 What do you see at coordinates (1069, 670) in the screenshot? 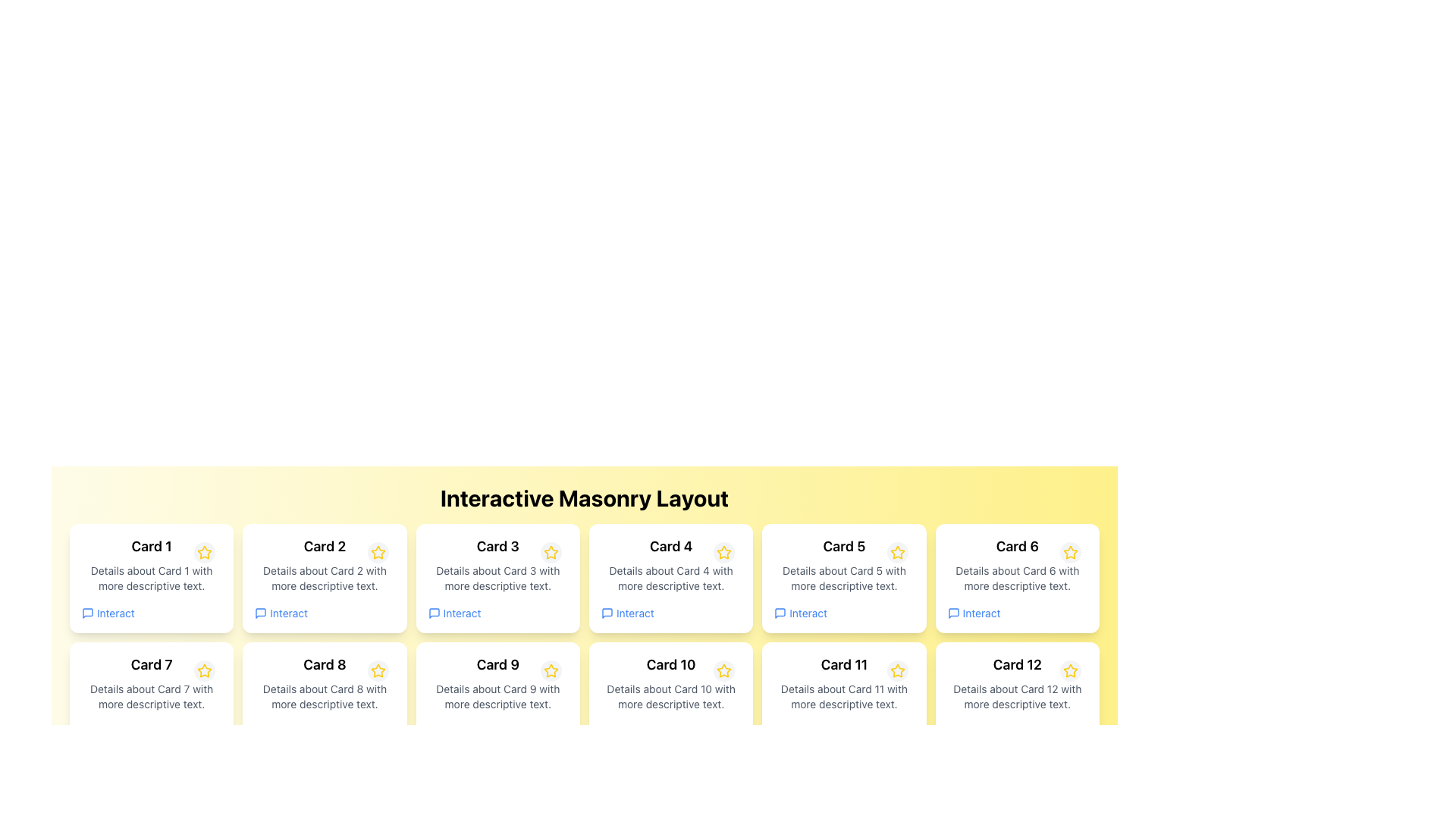
I see `the favorite icon located in the top-right corner of 'Card 12' to trigger visual feedback` at bounding box center [1069, 670].